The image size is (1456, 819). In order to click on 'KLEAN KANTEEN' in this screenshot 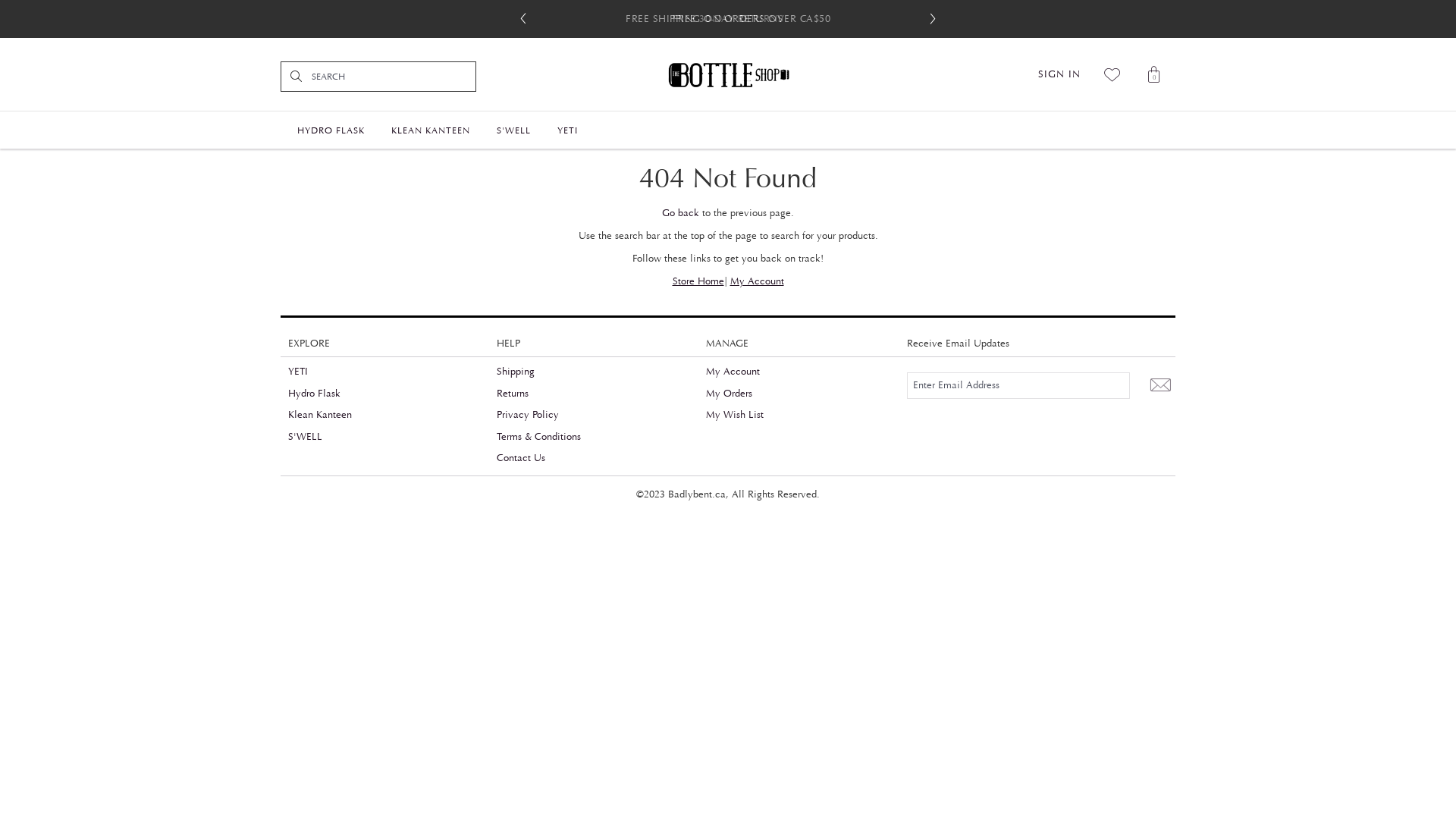, I will do `click(429, 127)`.